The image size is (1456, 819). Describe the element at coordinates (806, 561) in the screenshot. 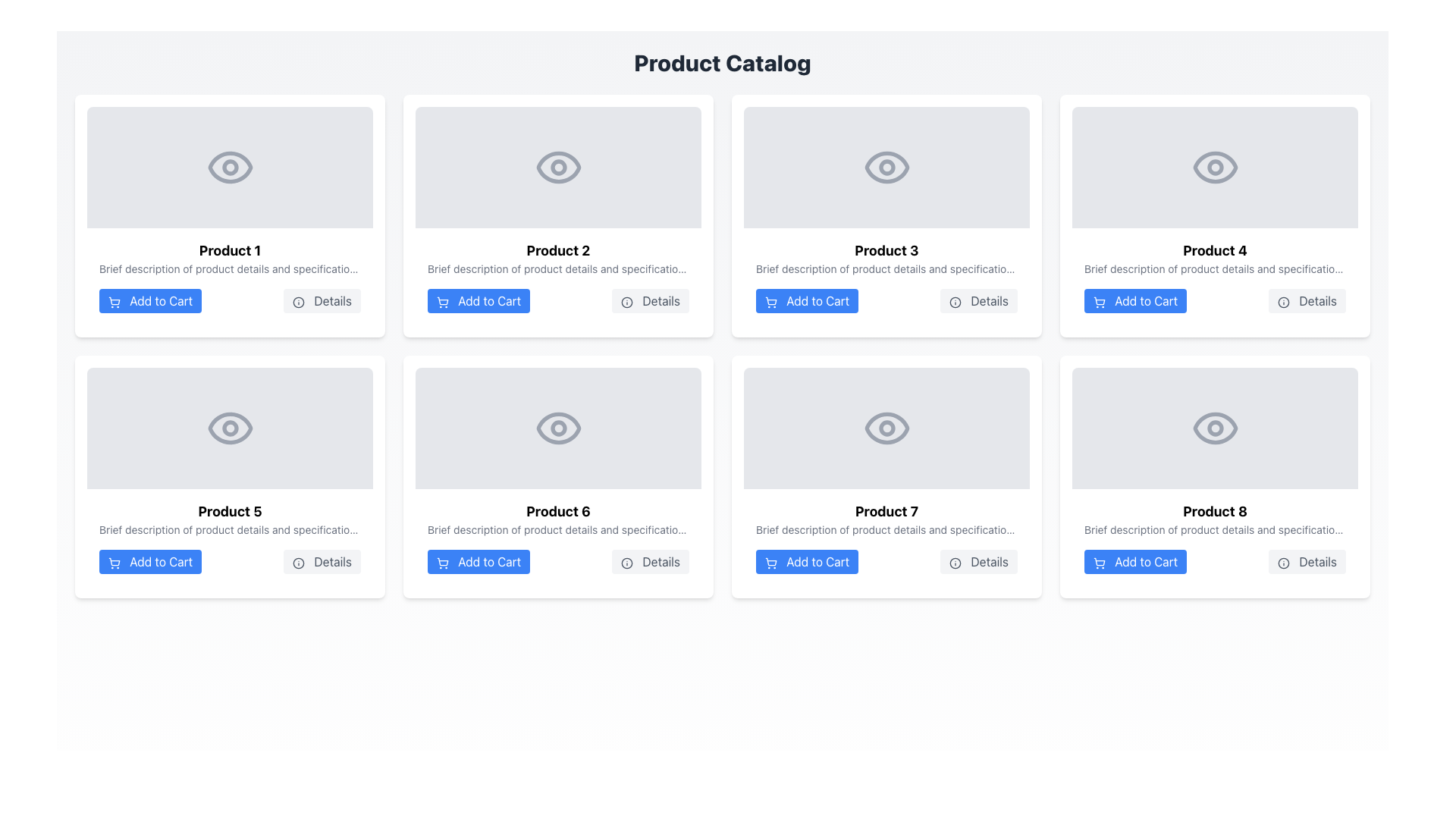

I see `the button to add Product 7 to the shopping cart, located at the left corner of the button row in the content card` at that location.